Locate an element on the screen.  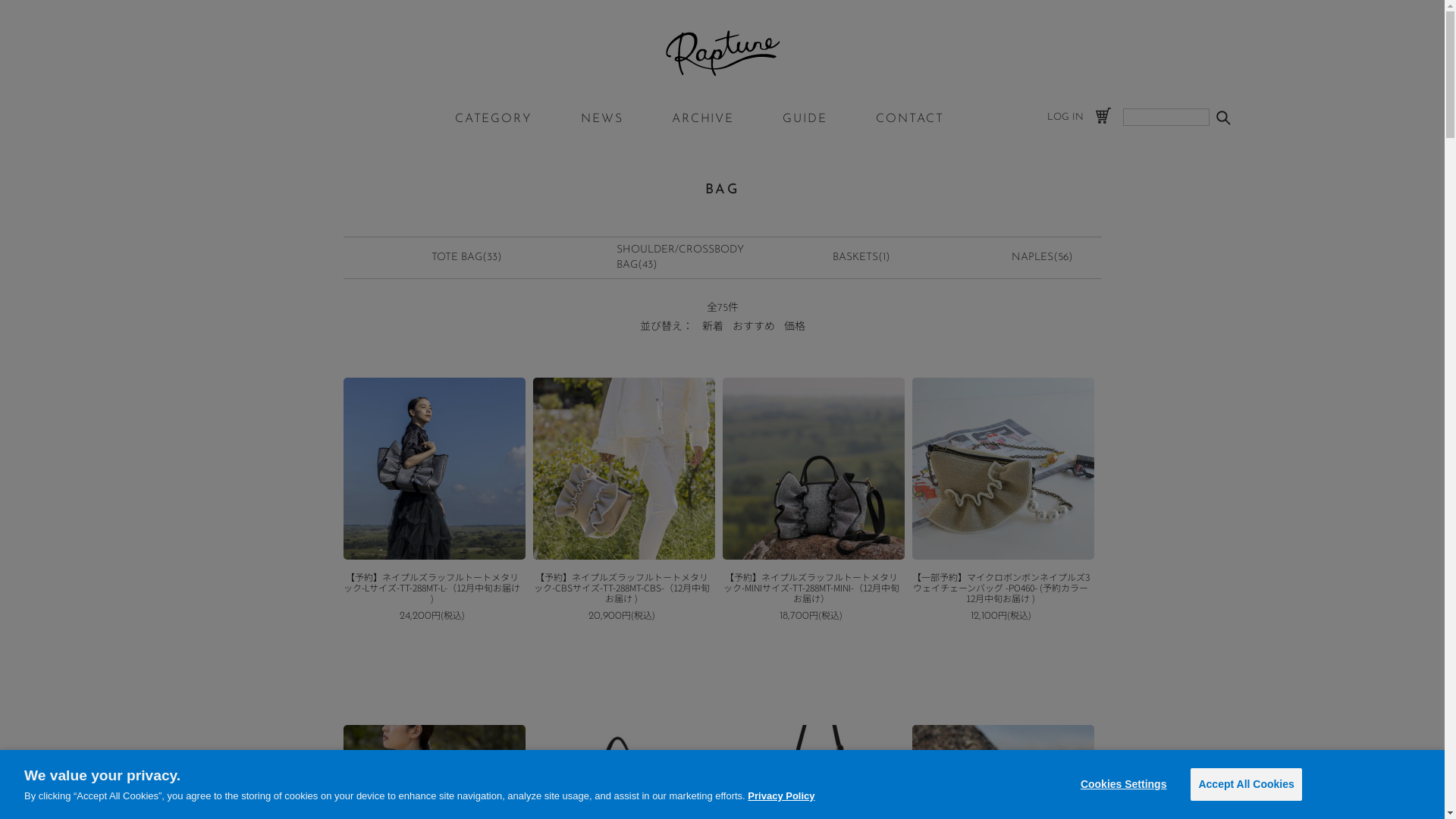
'CONTACT' is located at coordinates (910, 118).